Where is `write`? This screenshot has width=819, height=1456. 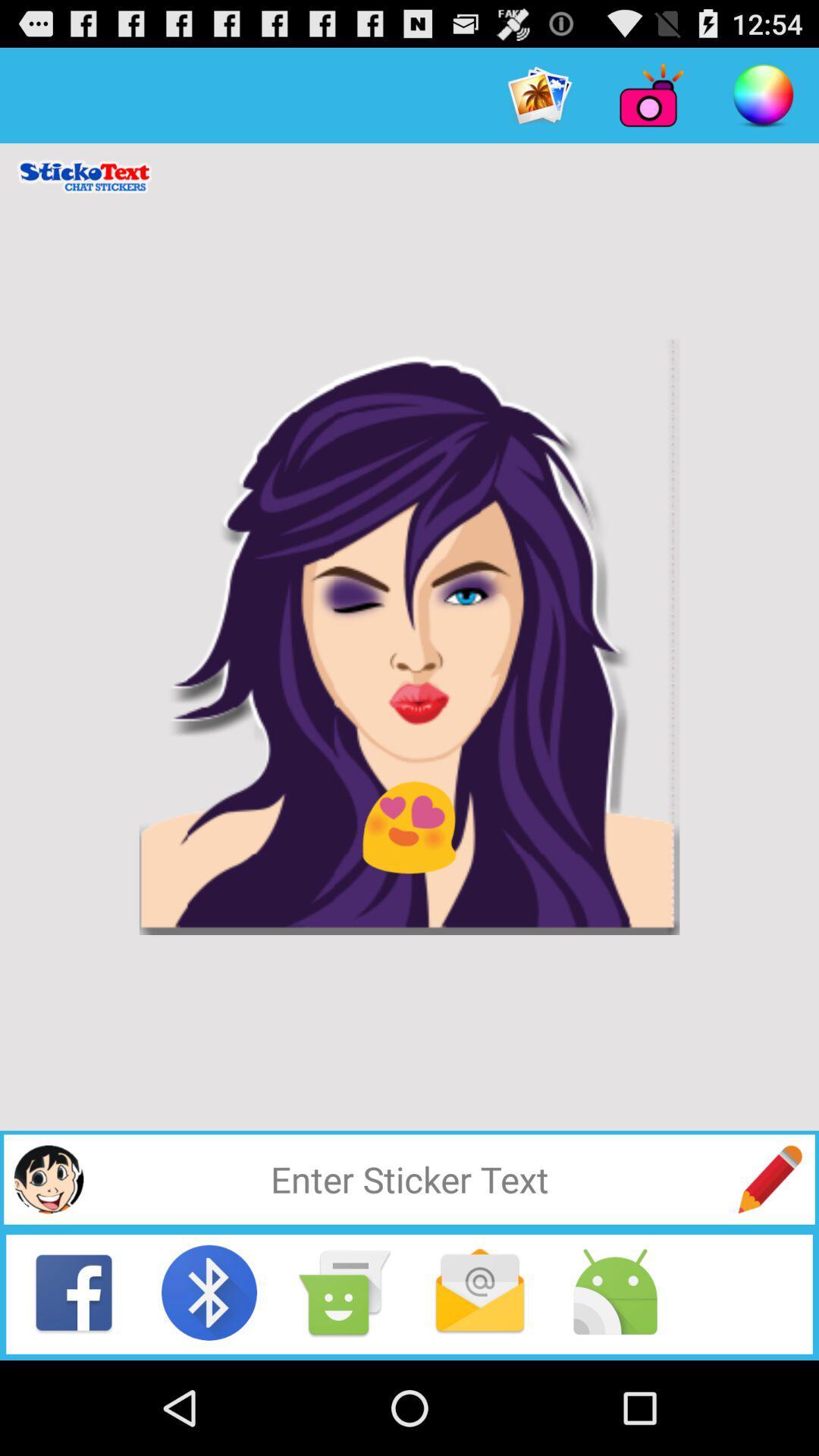
write is located at coordinates (770, 1178).